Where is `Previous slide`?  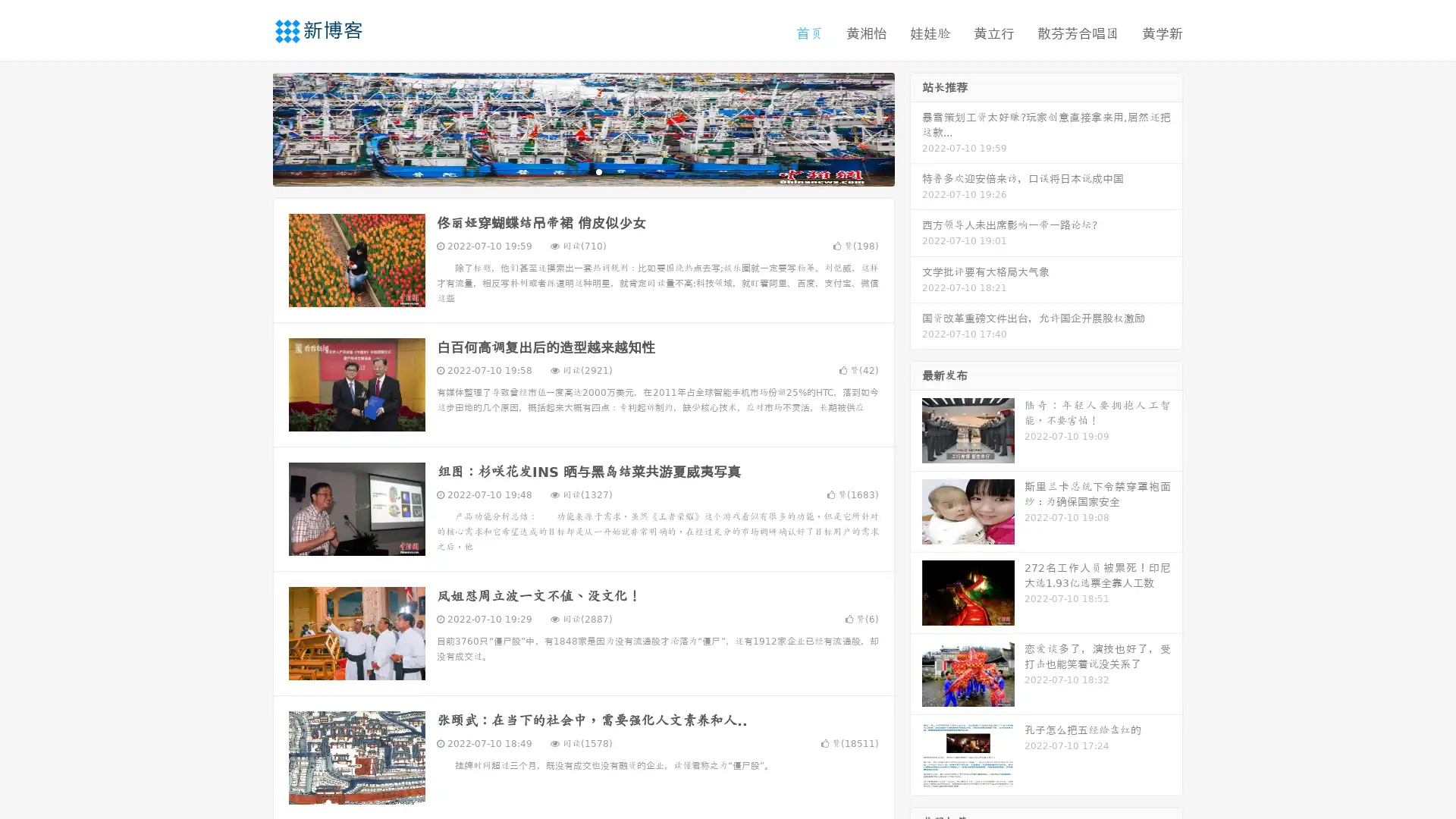
Previous slide is located at coordinates (250, 127).